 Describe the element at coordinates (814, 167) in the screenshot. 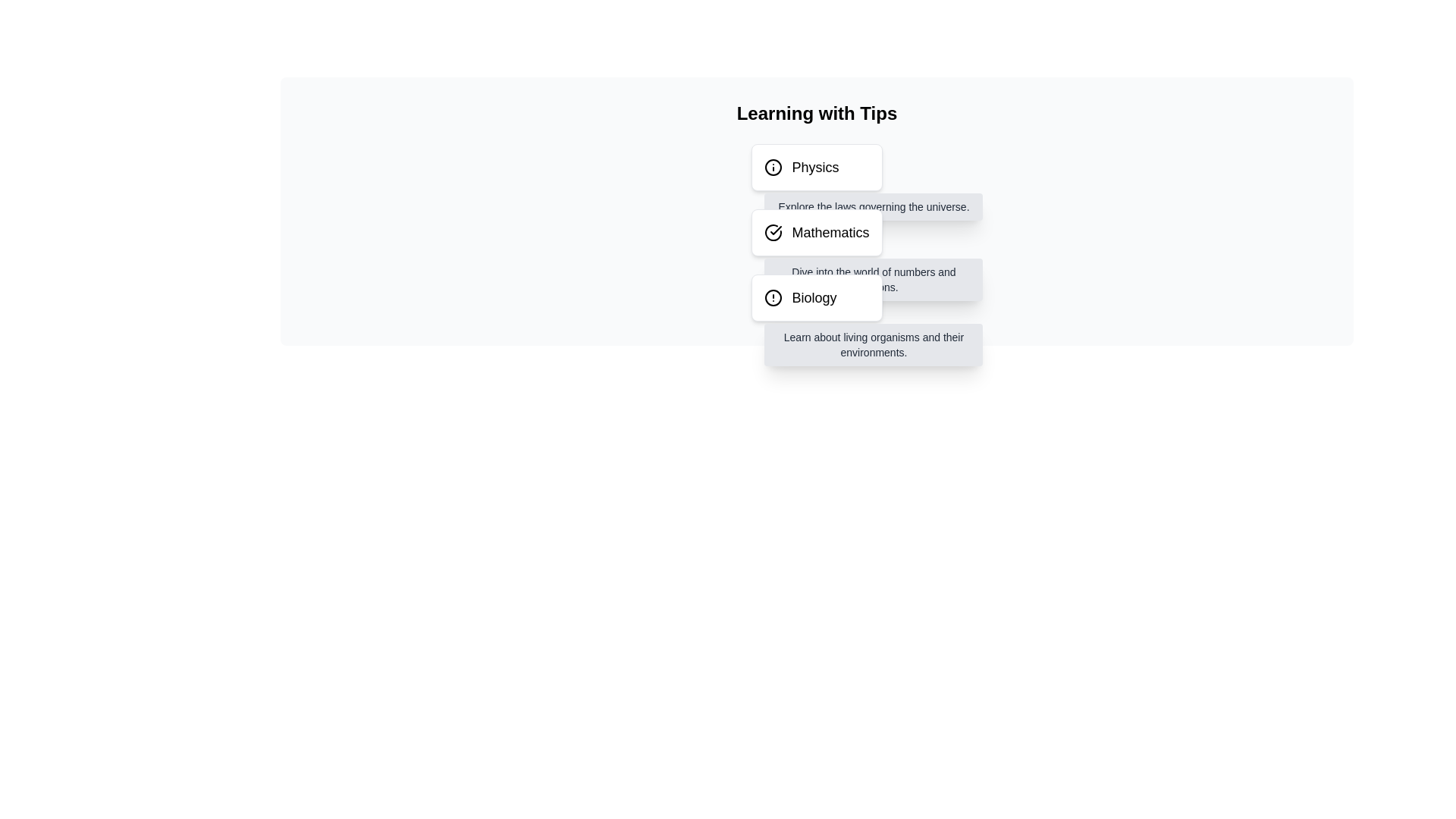

I see `displayed text of the 'Physics' label, which is the first entry in a vertically stacked list of subjects including 'Mathematics' and 'Biology'` at that location.